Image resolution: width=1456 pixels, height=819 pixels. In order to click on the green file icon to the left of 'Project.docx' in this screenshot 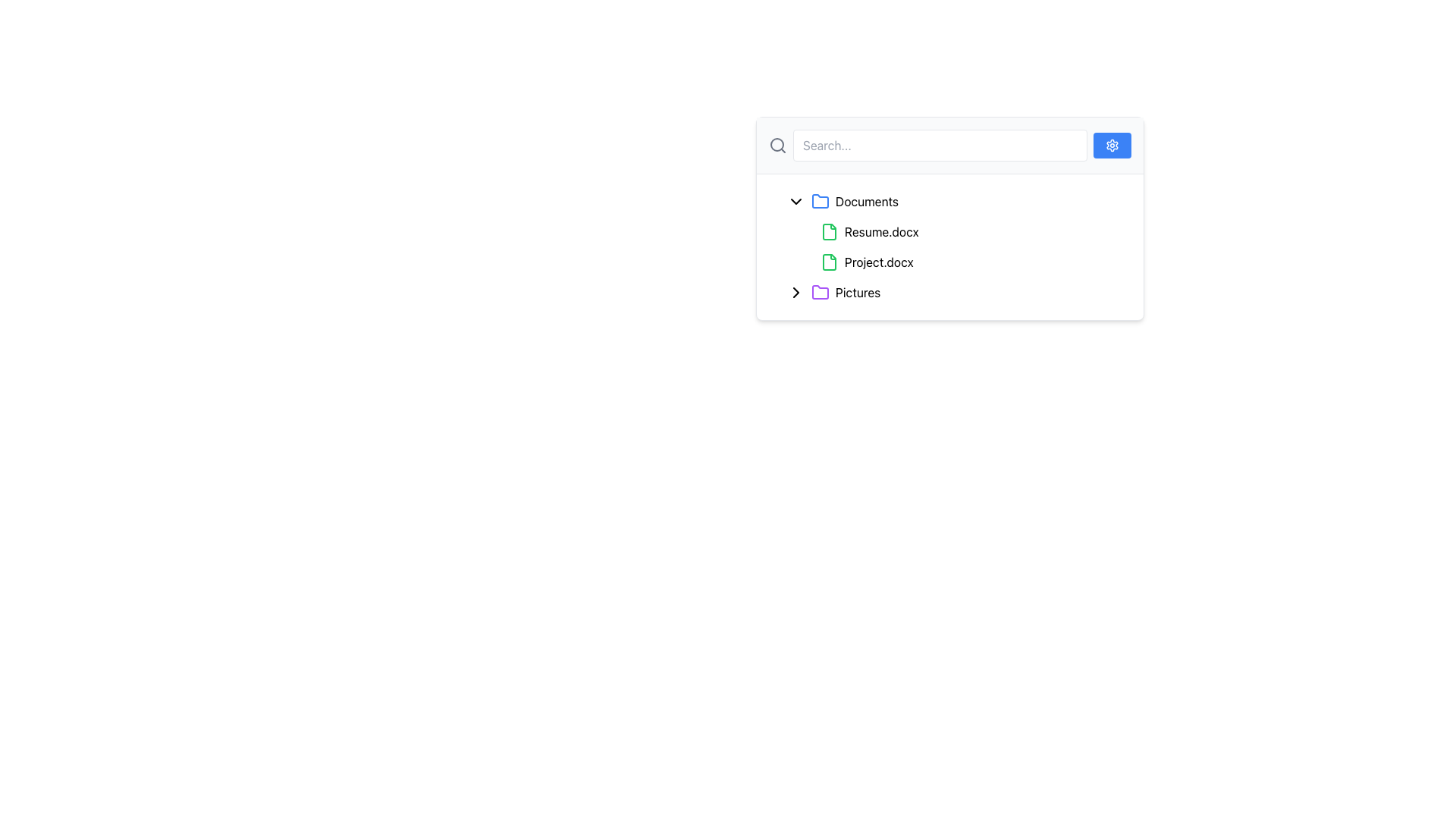, I will do `click(829, 262)`.